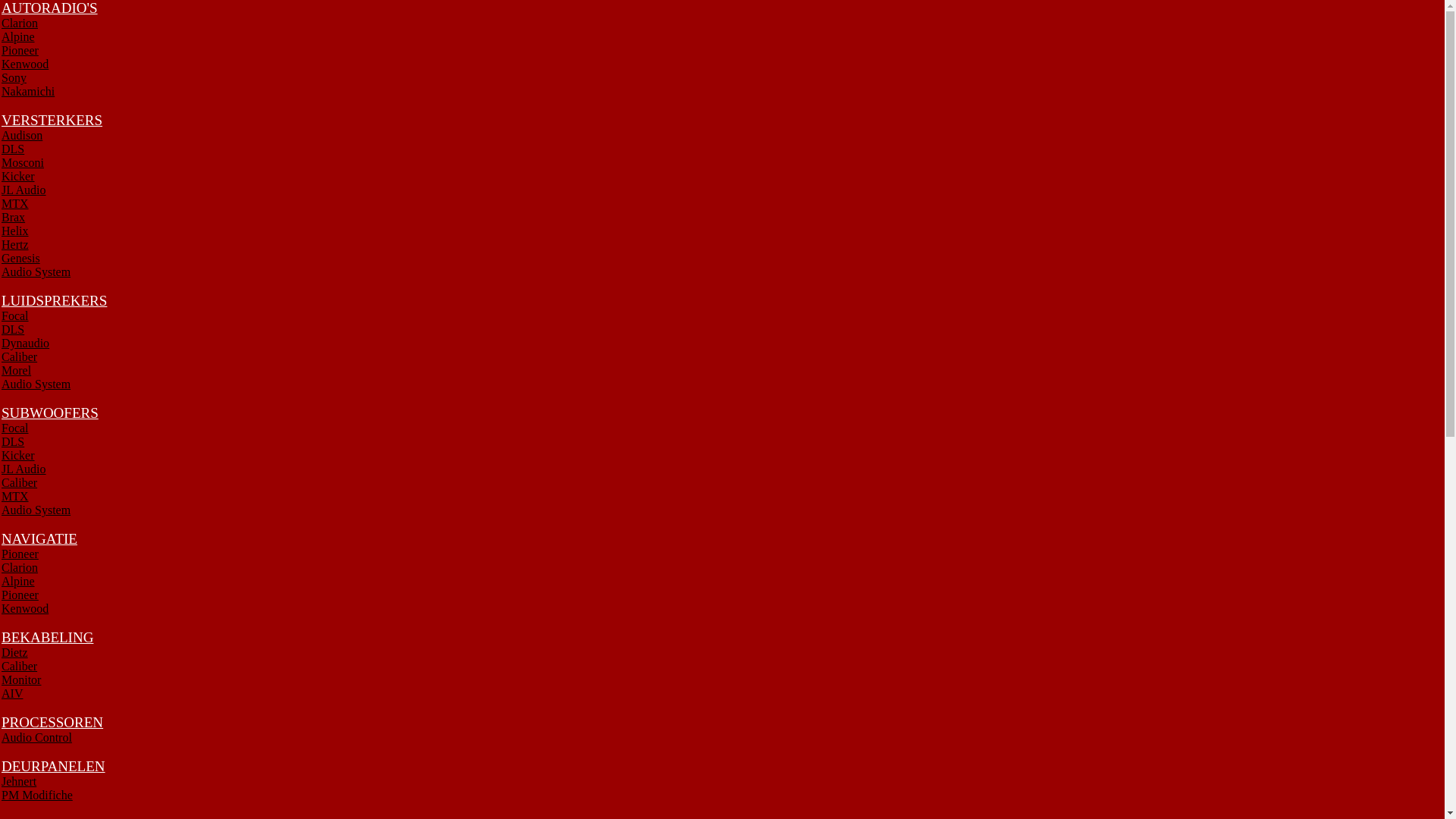 The width and height of the screenshot is (1456, 819). I want to click on 'Alpine', so click(18, 36).